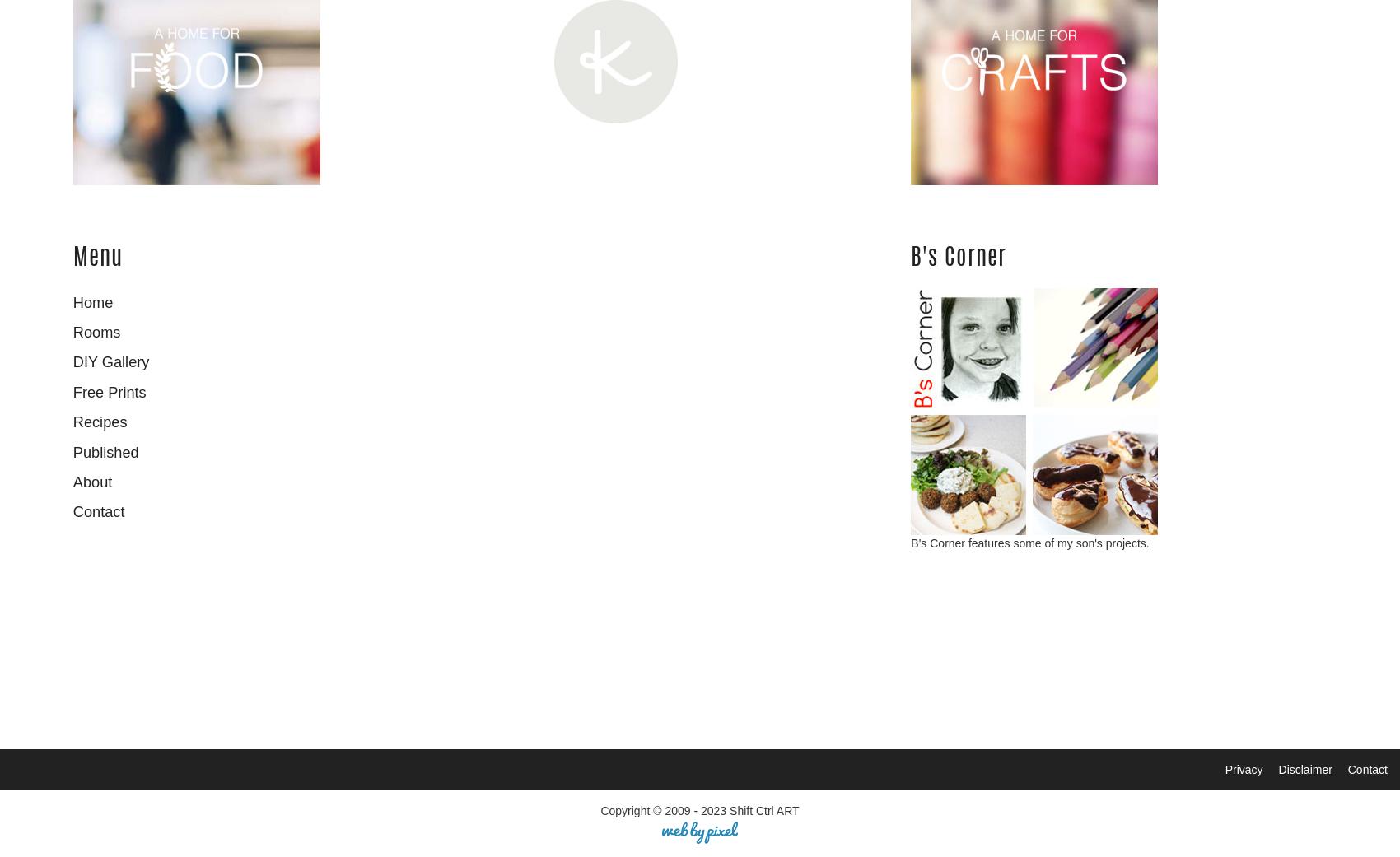 This screenshot has height=857, width=1400. Describe the element at coordinates (1304, 767) in the screenshot. I see `'Disclaimer'` at that location.